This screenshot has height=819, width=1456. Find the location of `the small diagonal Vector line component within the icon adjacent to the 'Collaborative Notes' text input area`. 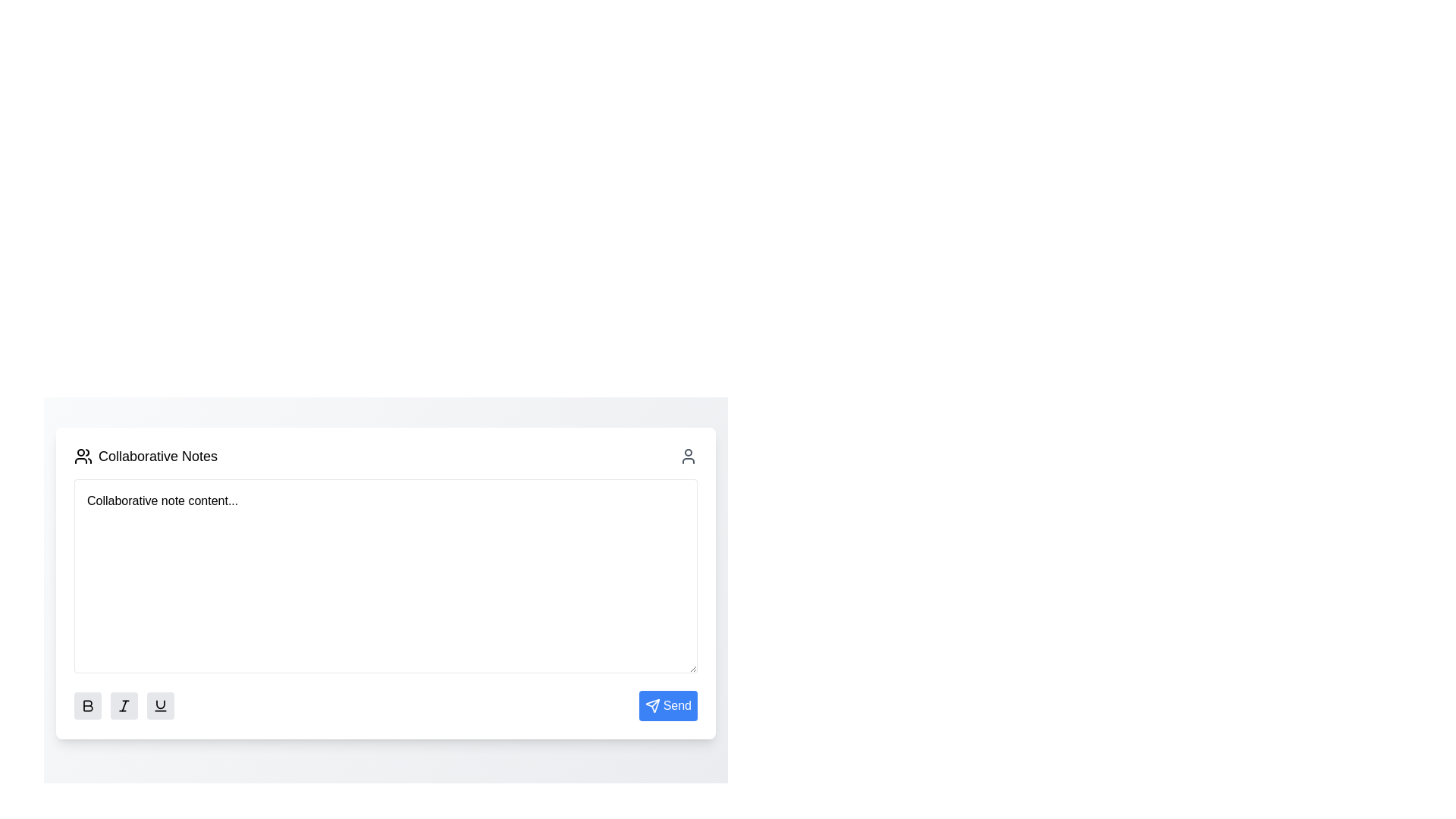

the small diagonal Vector line component within the icon adjacent to the 'Collaborative Notes' text input area is located at coordinates (655, 703).